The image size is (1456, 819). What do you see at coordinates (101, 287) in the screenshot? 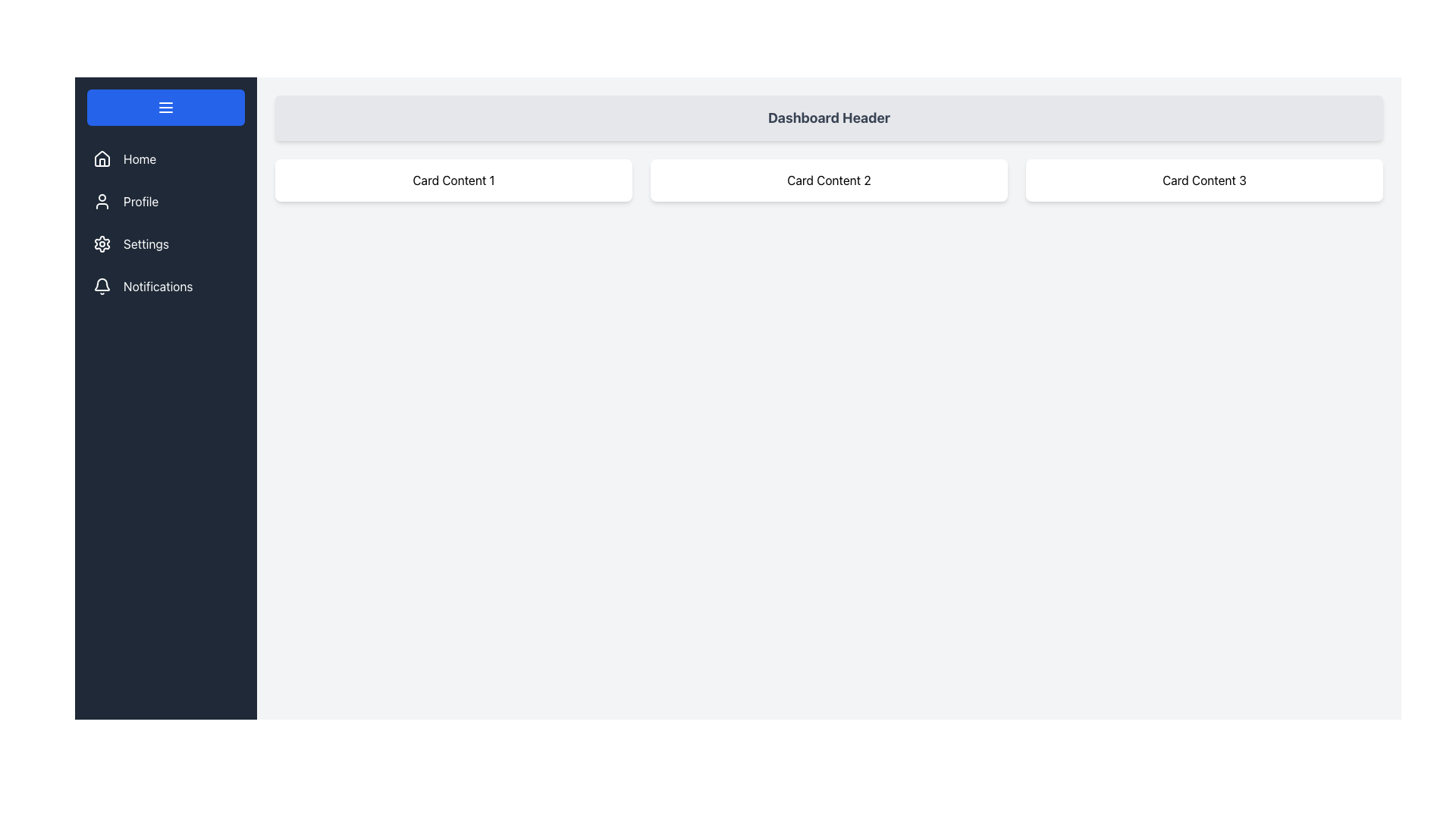
I see `the Notifications icon located in the sidebar menu` at bounding box center [101, 287].